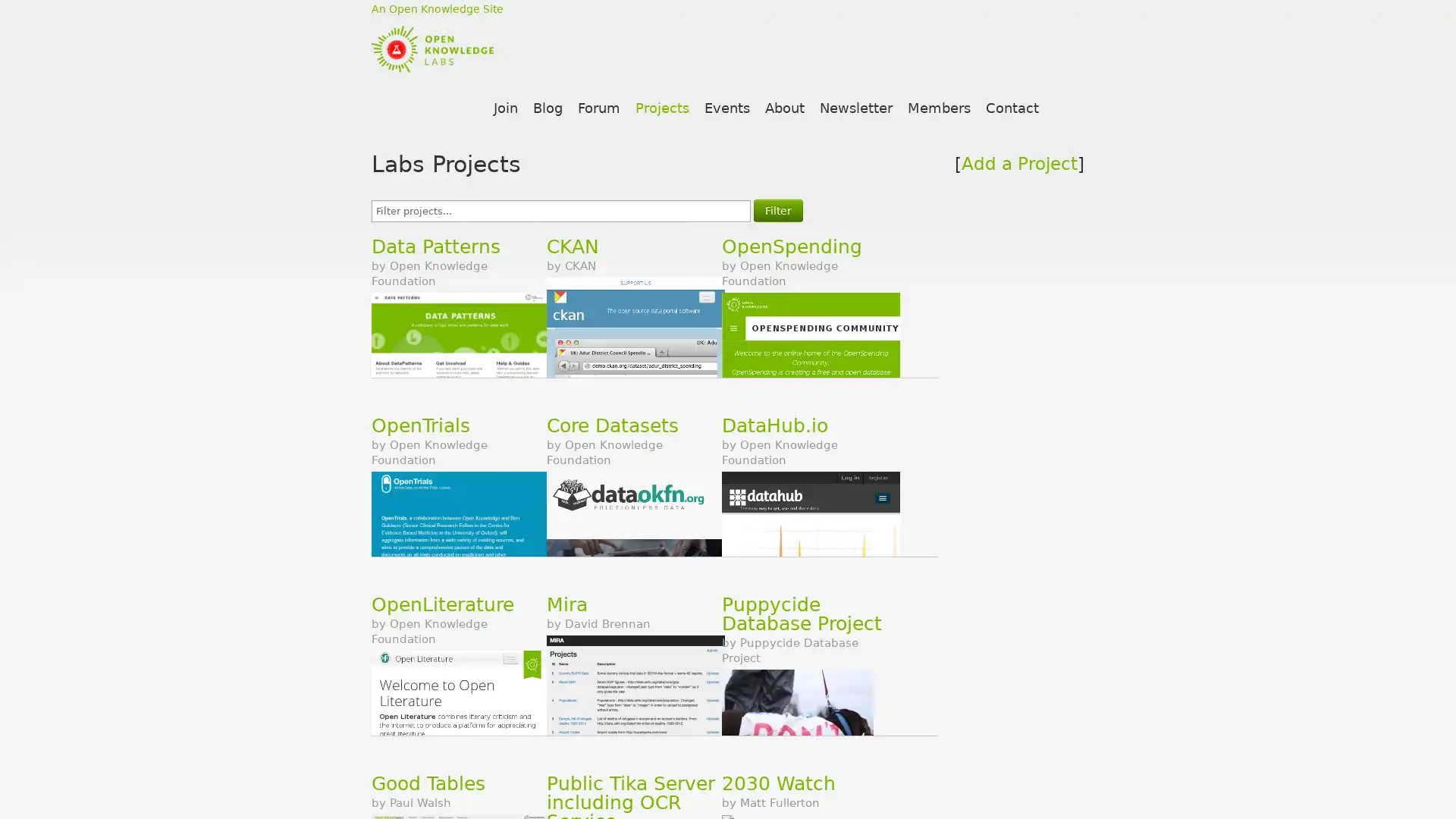 The height and width of the screenshot is (819, 1456). I want to click on Filter, so click(778, 210).